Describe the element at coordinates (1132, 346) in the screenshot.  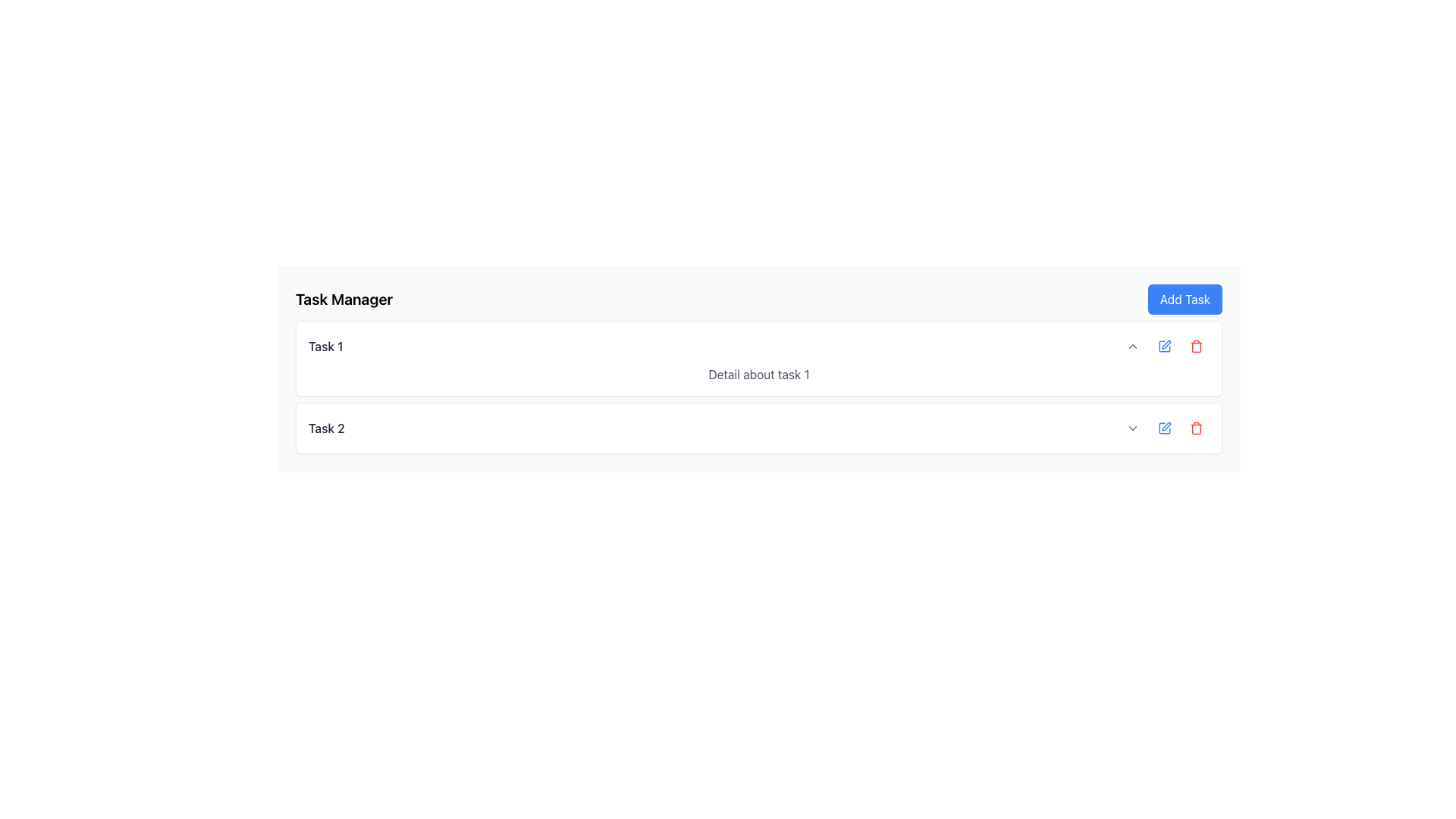
I see `the chevron-up icon located on the right side of the second task's row in the task list to possibly display a tooltip` at that location.